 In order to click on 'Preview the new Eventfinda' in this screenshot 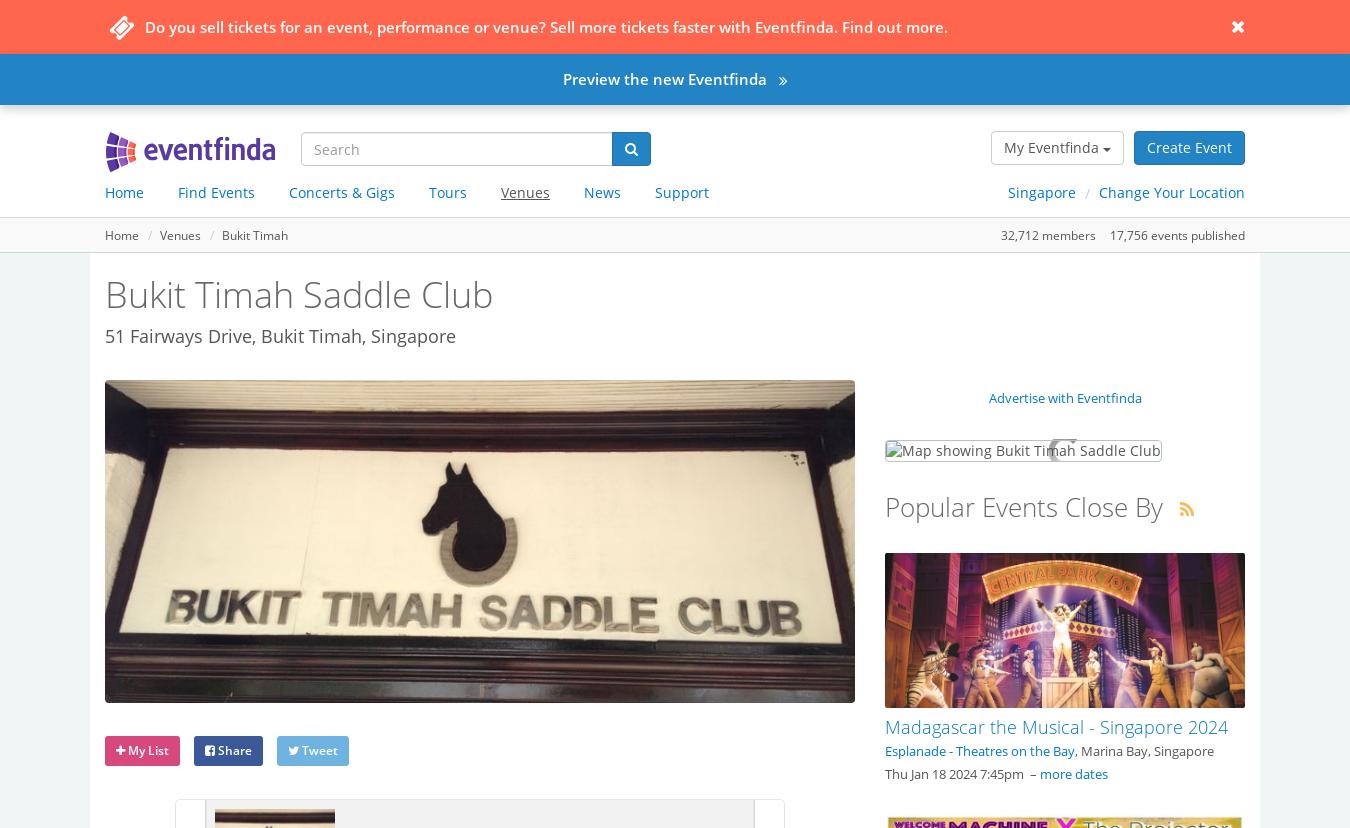, I will do `click(665, 78)`.